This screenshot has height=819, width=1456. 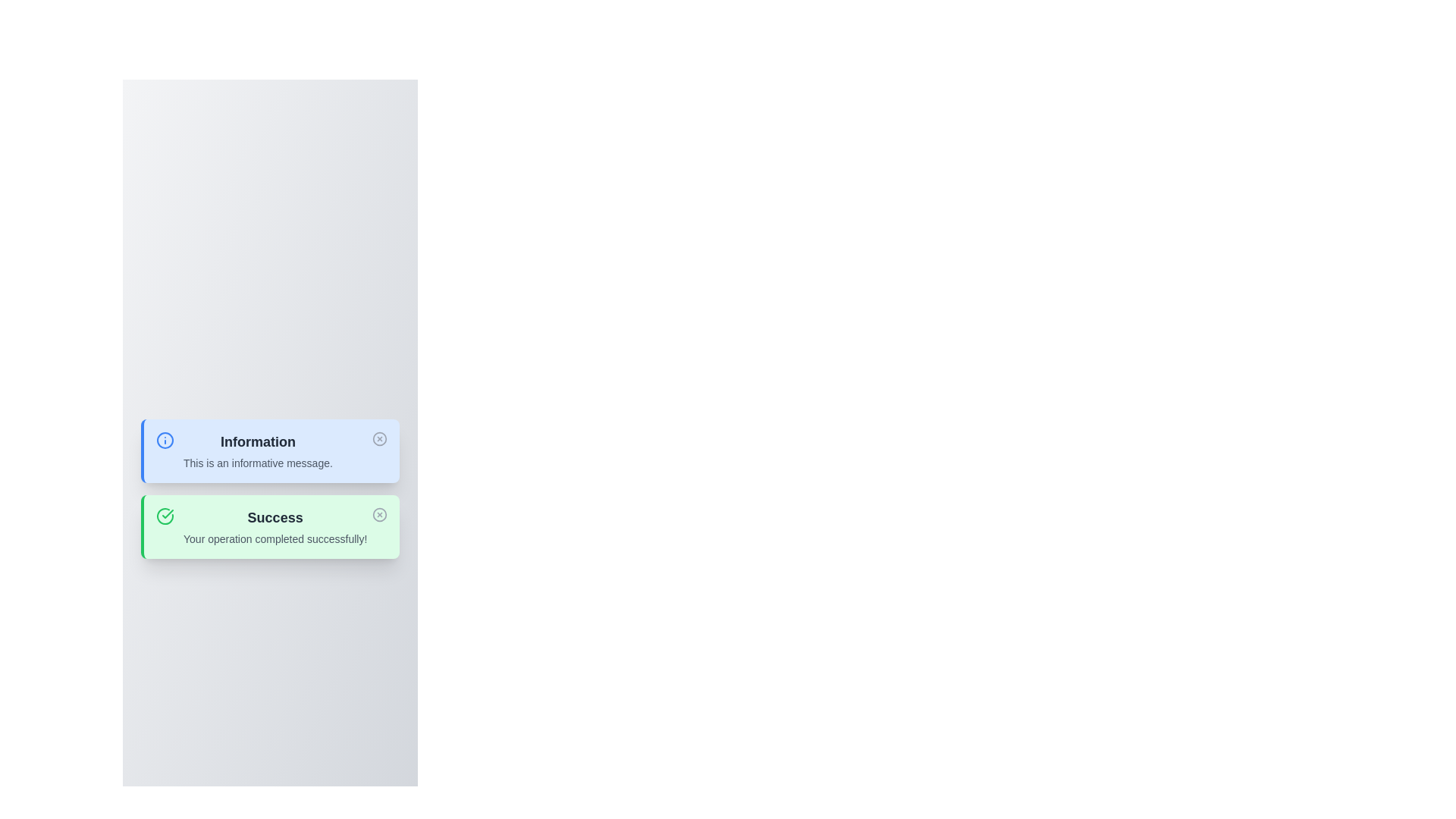 What do you see at coordinates (270, 450) in the screenshot?
I see `the notification titled 'Information' to observe the hover effect` at bounding box center [270, 450].